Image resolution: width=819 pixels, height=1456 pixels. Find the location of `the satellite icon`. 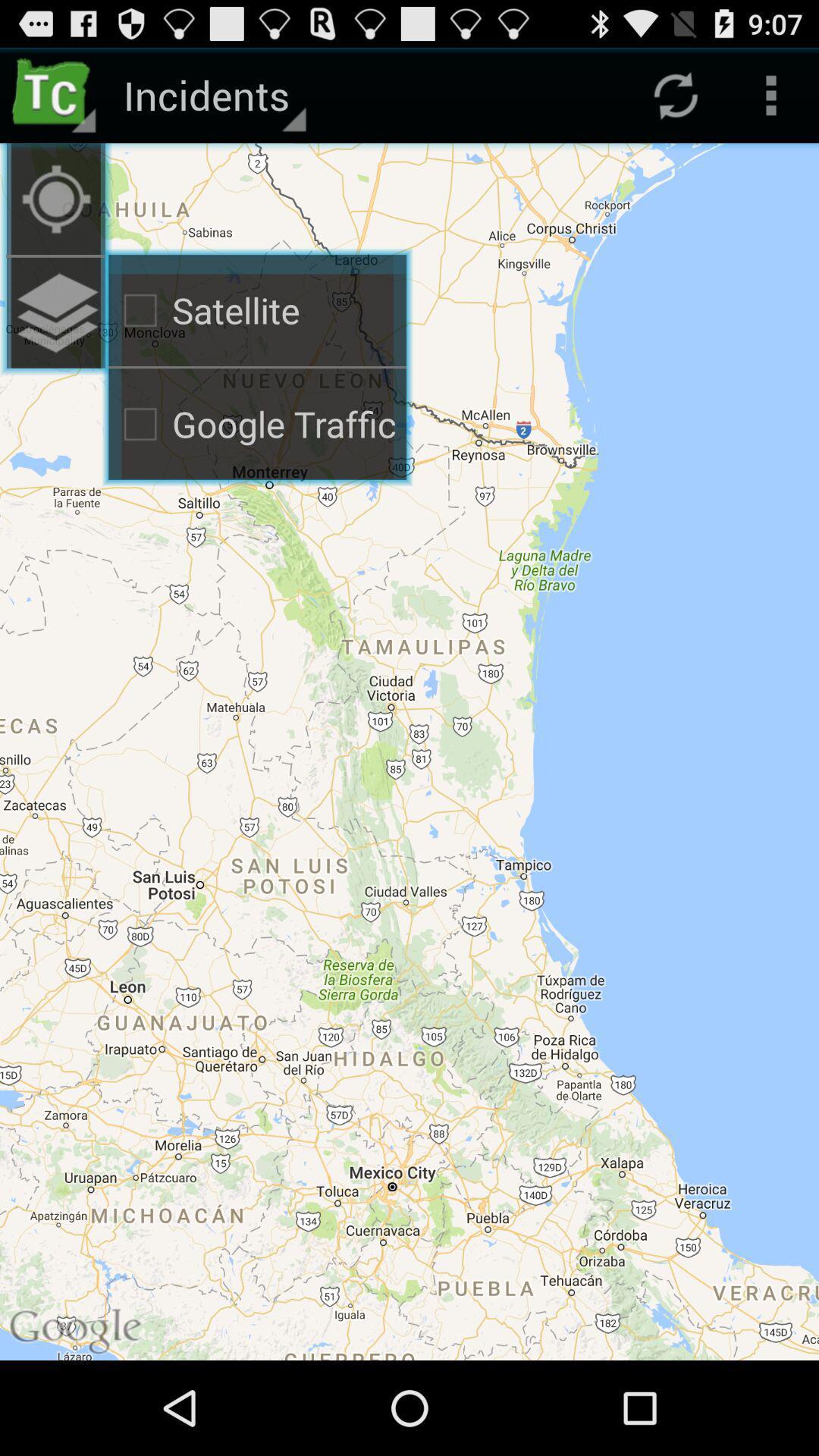

the satellite icon is located at coordinates (256, 309).